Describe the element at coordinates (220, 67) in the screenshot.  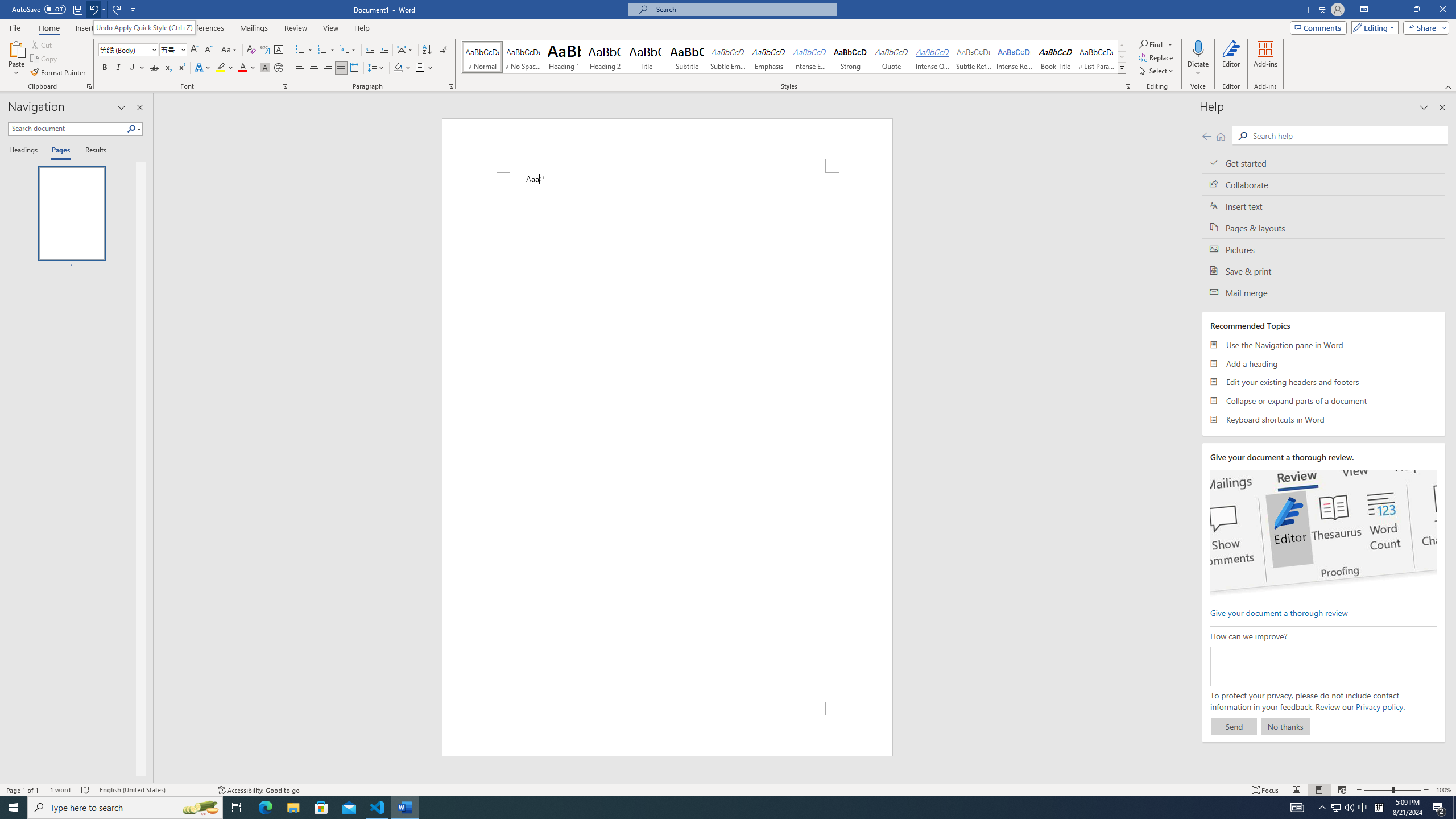
I see `'Text Highlight Color Yellow'` at that location.